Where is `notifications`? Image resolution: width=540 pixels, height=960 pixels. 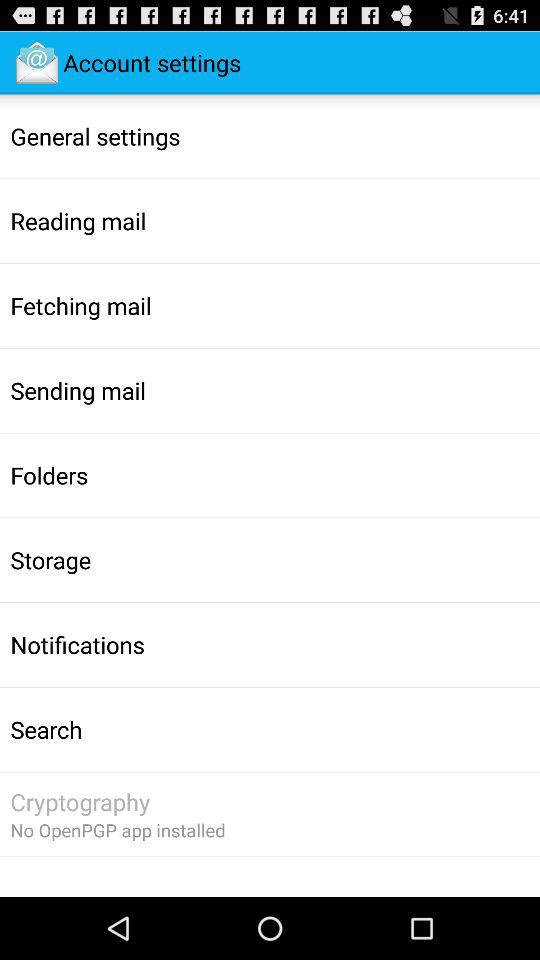 notifications is located at coordinates (76, 643).